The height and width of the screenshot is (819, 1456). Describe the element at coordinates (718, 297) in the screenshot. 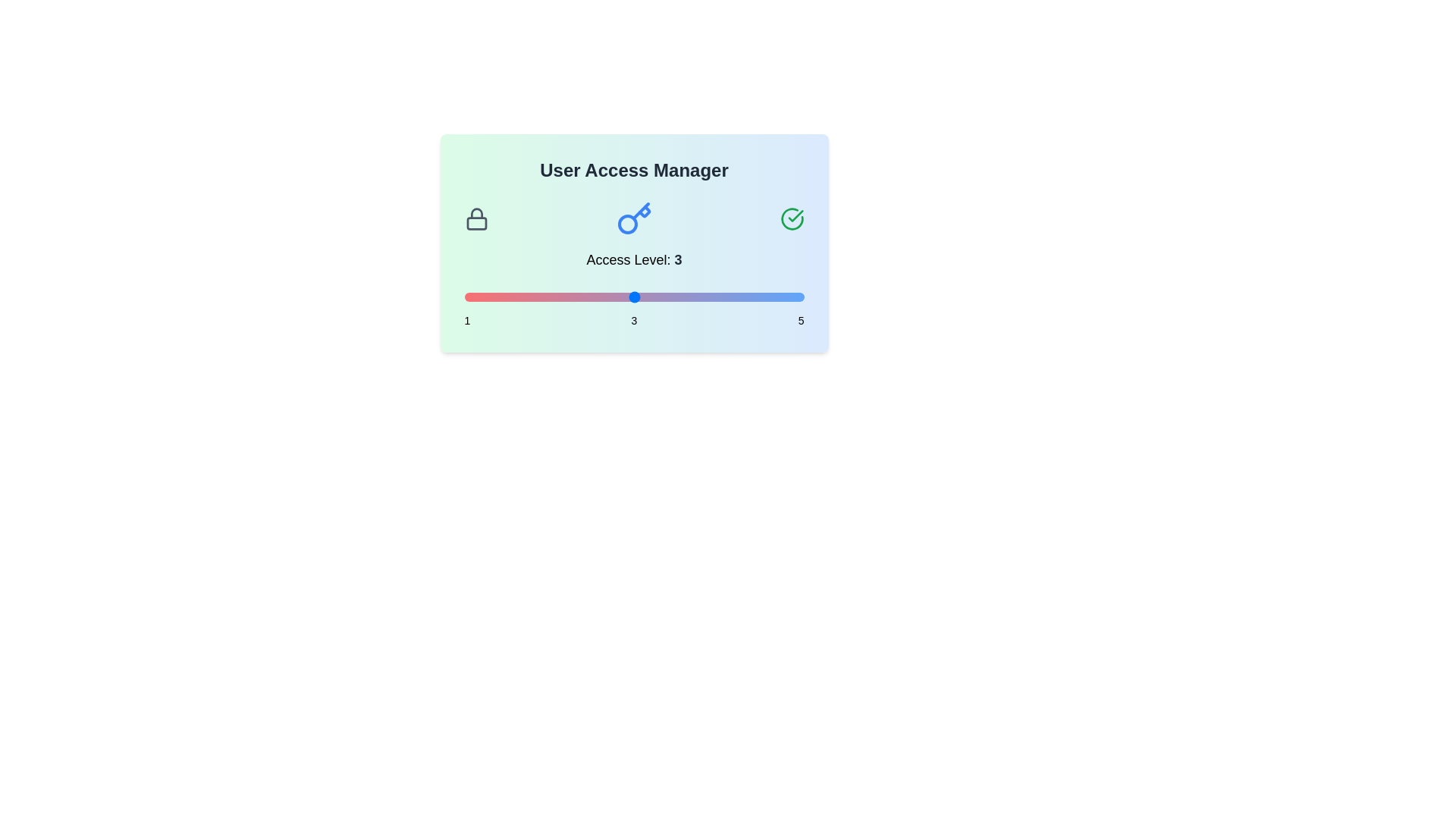

I see `the access level slider to 4` at that location.